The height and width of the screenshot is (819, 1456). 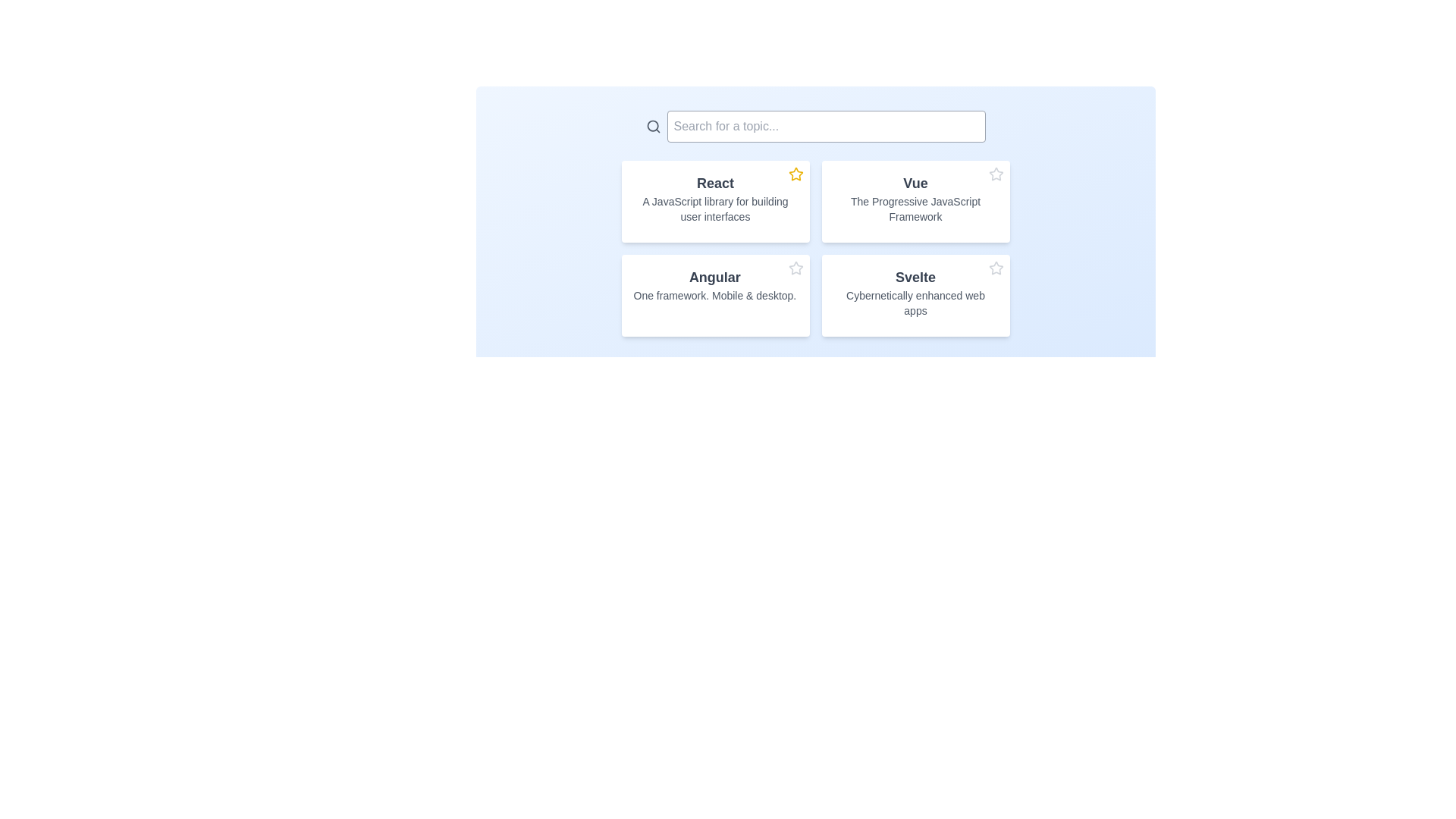 What do you see at coordinates (996, 174) in the screenshot?
I see `the star icon located at the top-right corner of the card labeled 'Vue - The Progressive JavaScript Framework' to favorite or rate the item` at bounding box center [996, 174].